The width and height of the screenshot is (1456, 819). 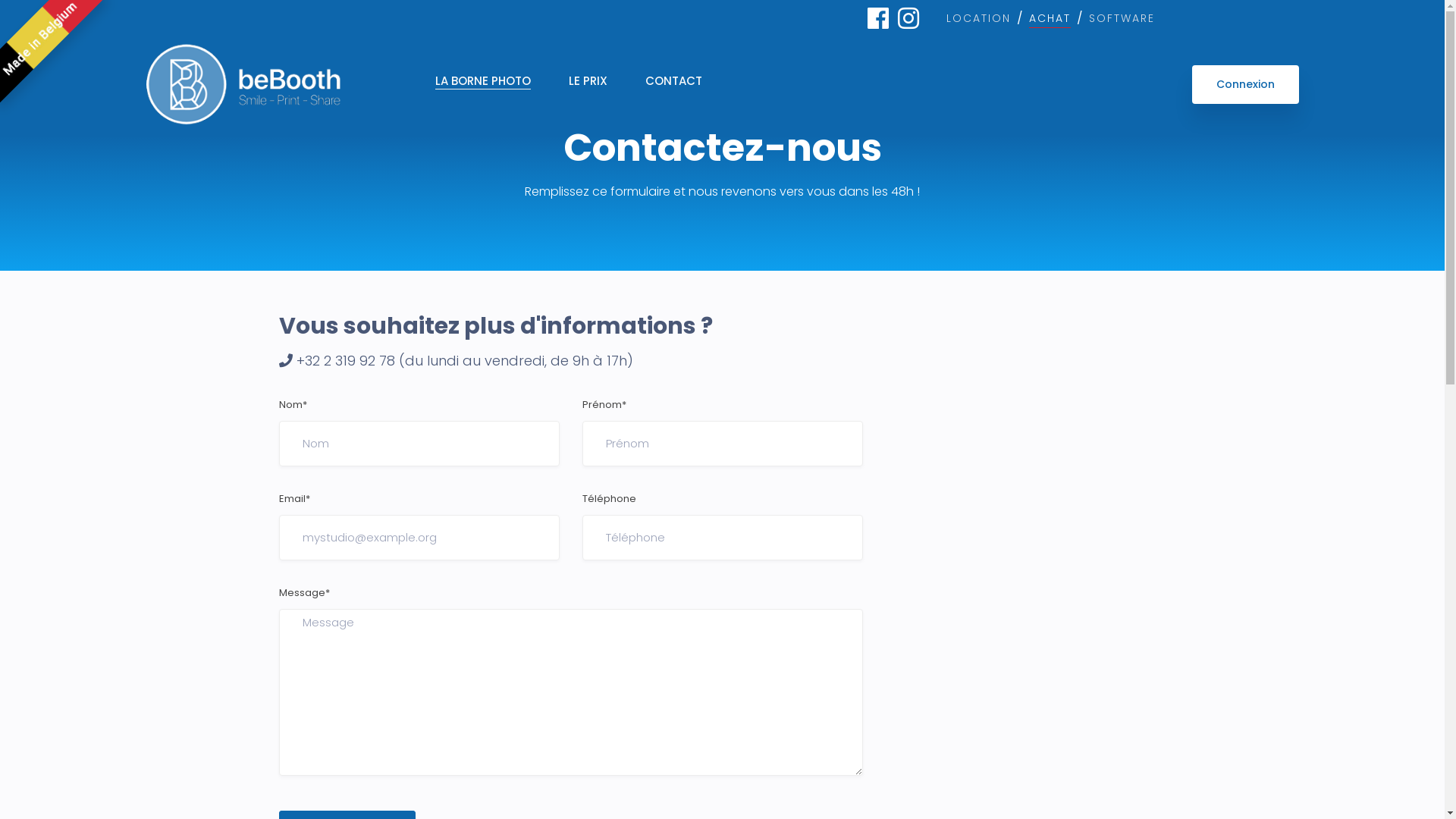 What do you see at coordinates (587, 80) in the screenshot?
I see `'LE PRIX'` at bounding box center [587, 80].